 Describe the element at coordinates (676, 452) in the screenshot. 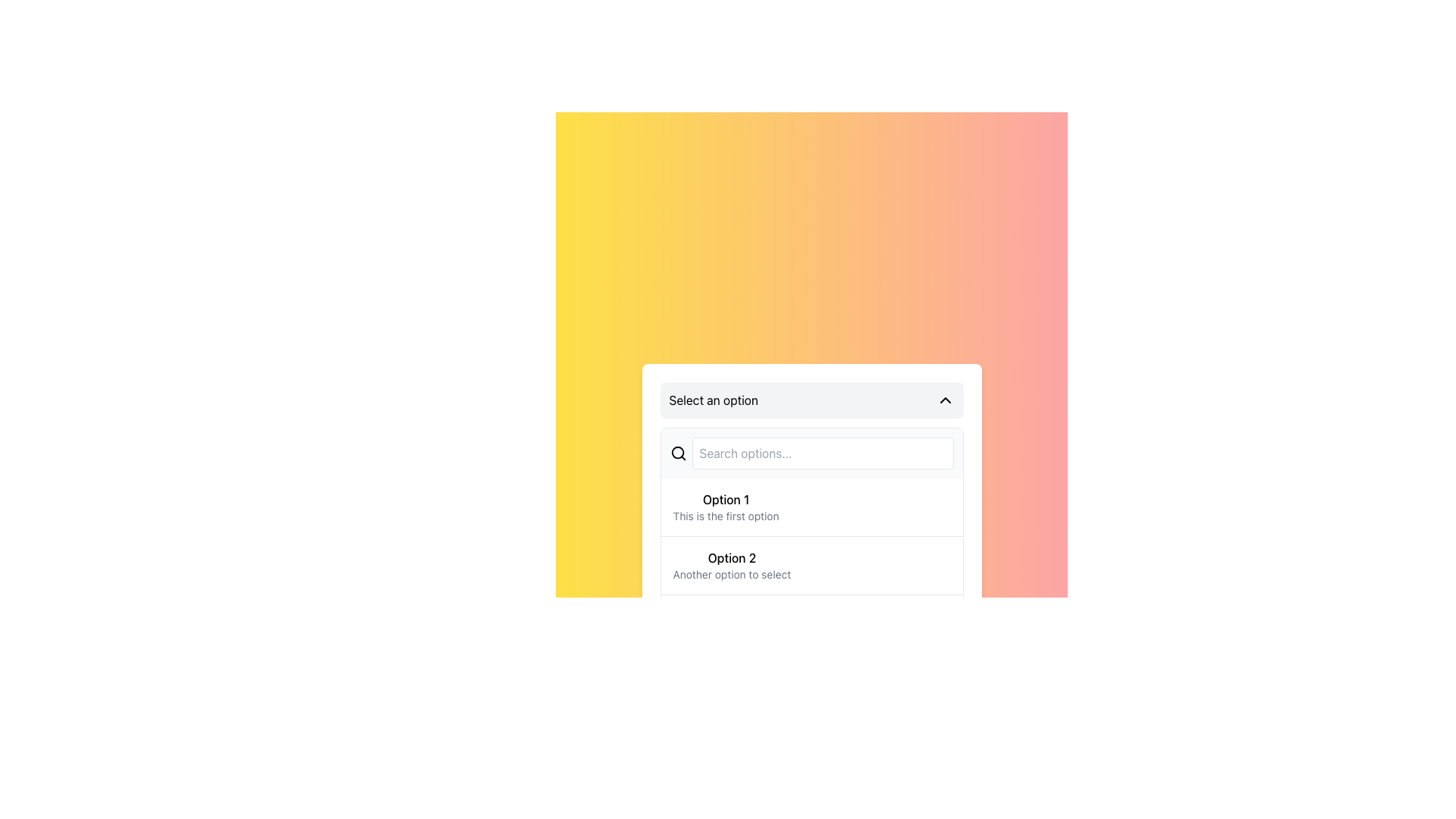

I see `the circular part of the magnifying glass icon located inside the search bar below the header 'Select an option'` at that location.